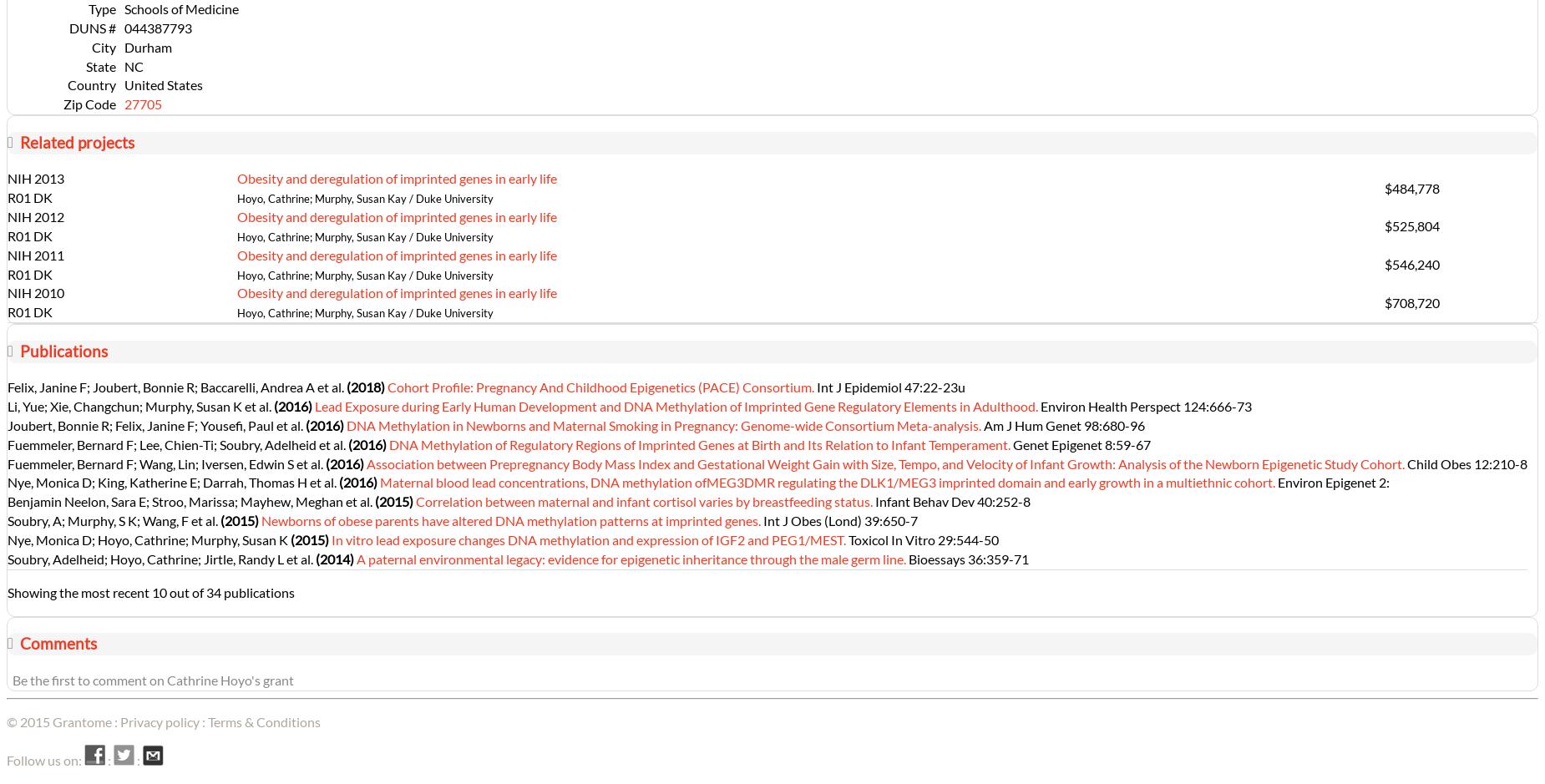 The width and height of the screenshot is (1545, 784). What do you see at coordinates (148, 538) in the screenshot?
I see `'Nye, Monica D;  Hoyo, Cathrine;  Murphy, Susan K'` at bounding box center [148, 538].